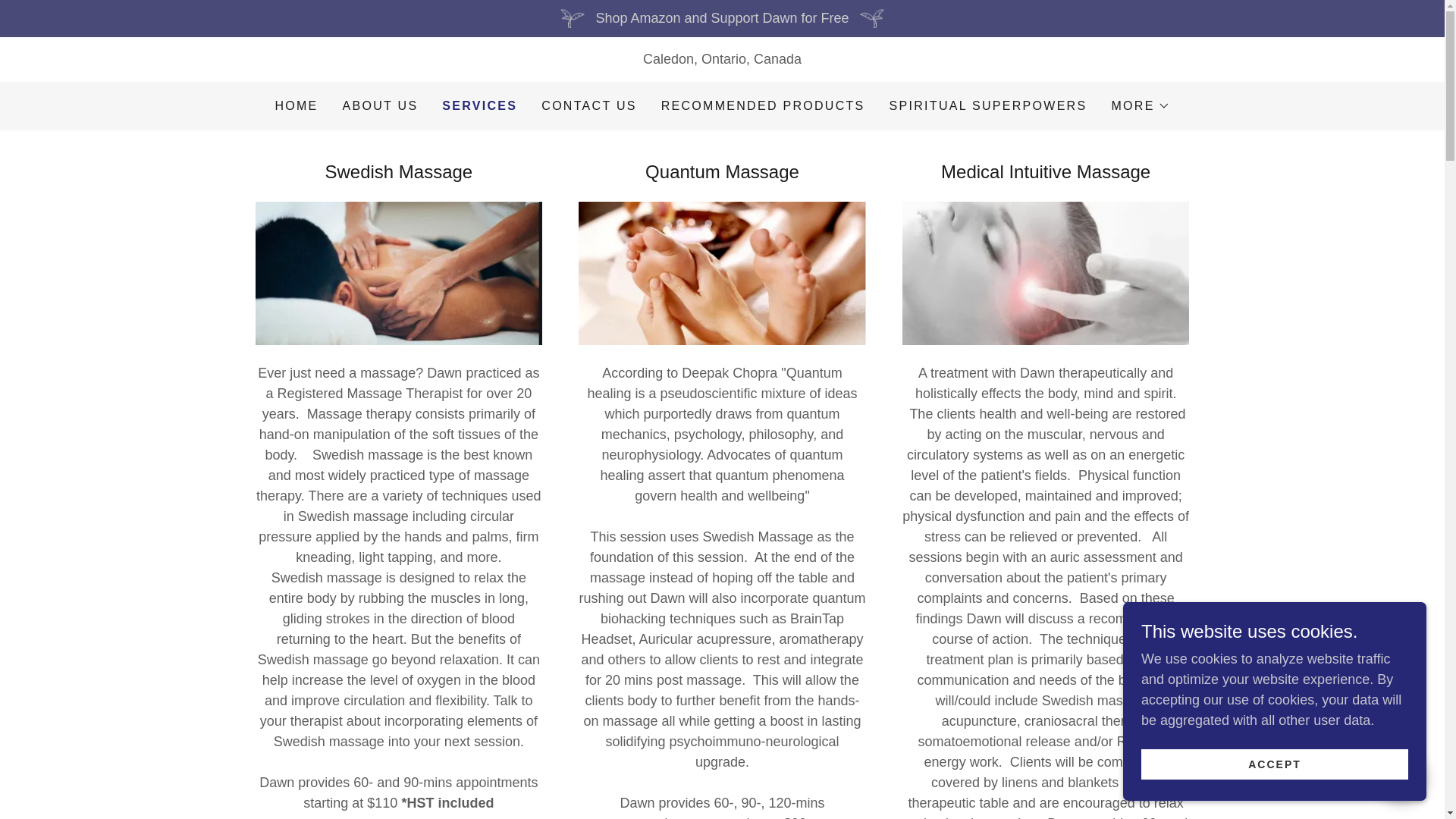  What do you see at coordinates (296, 105) in the screenshot?
I see `'HOME'` at bounding box center [296, 105].